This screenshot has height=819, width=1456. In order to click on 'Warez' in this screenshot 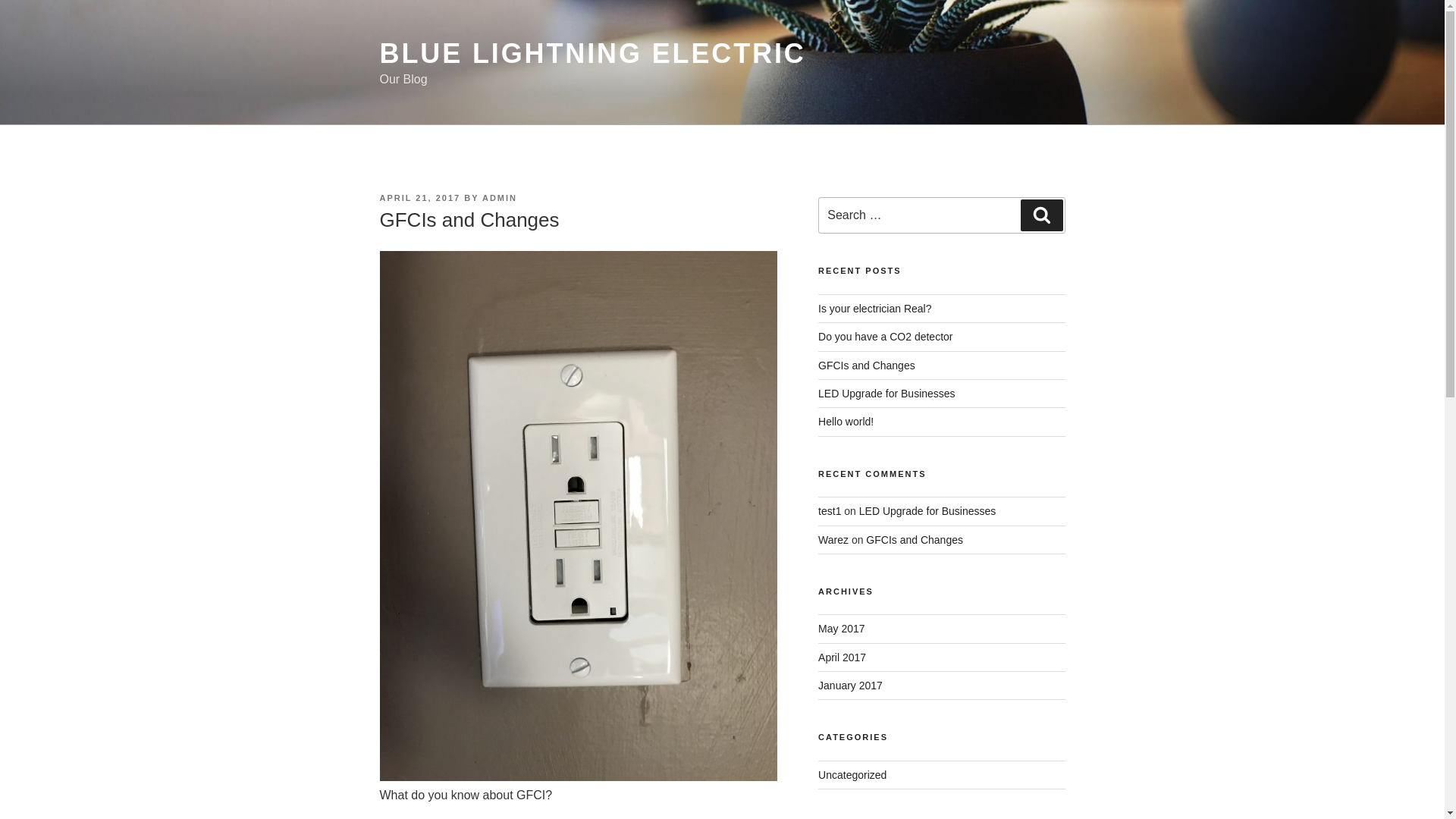, I will do `click(833, 539)`.